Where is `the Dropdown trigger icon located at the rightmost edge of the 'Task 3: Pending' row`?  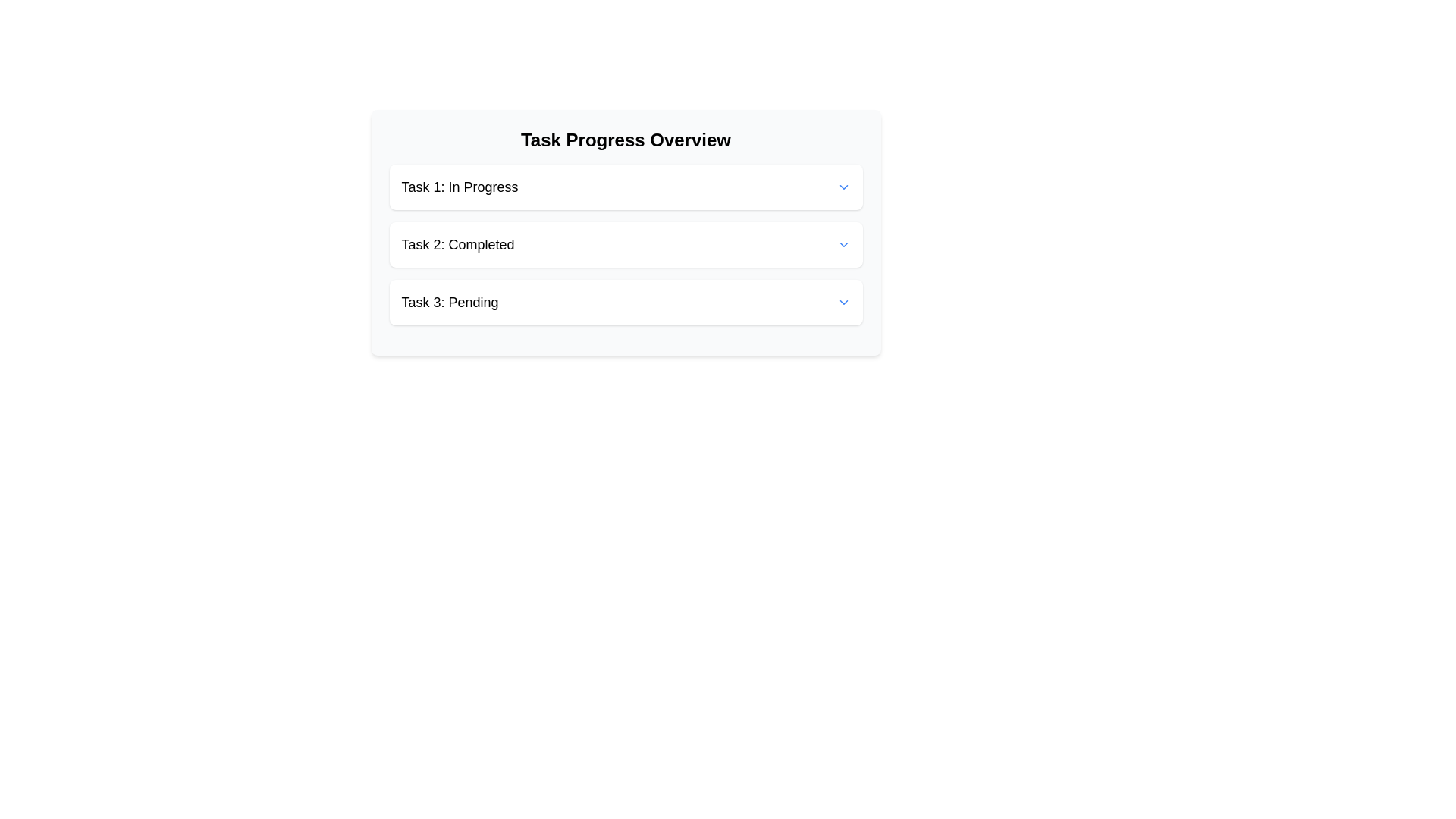
the Dropdown trigger icon located at the rightmost edge of the 'Task 3: Pending' row is located at coordinates (843, 302).